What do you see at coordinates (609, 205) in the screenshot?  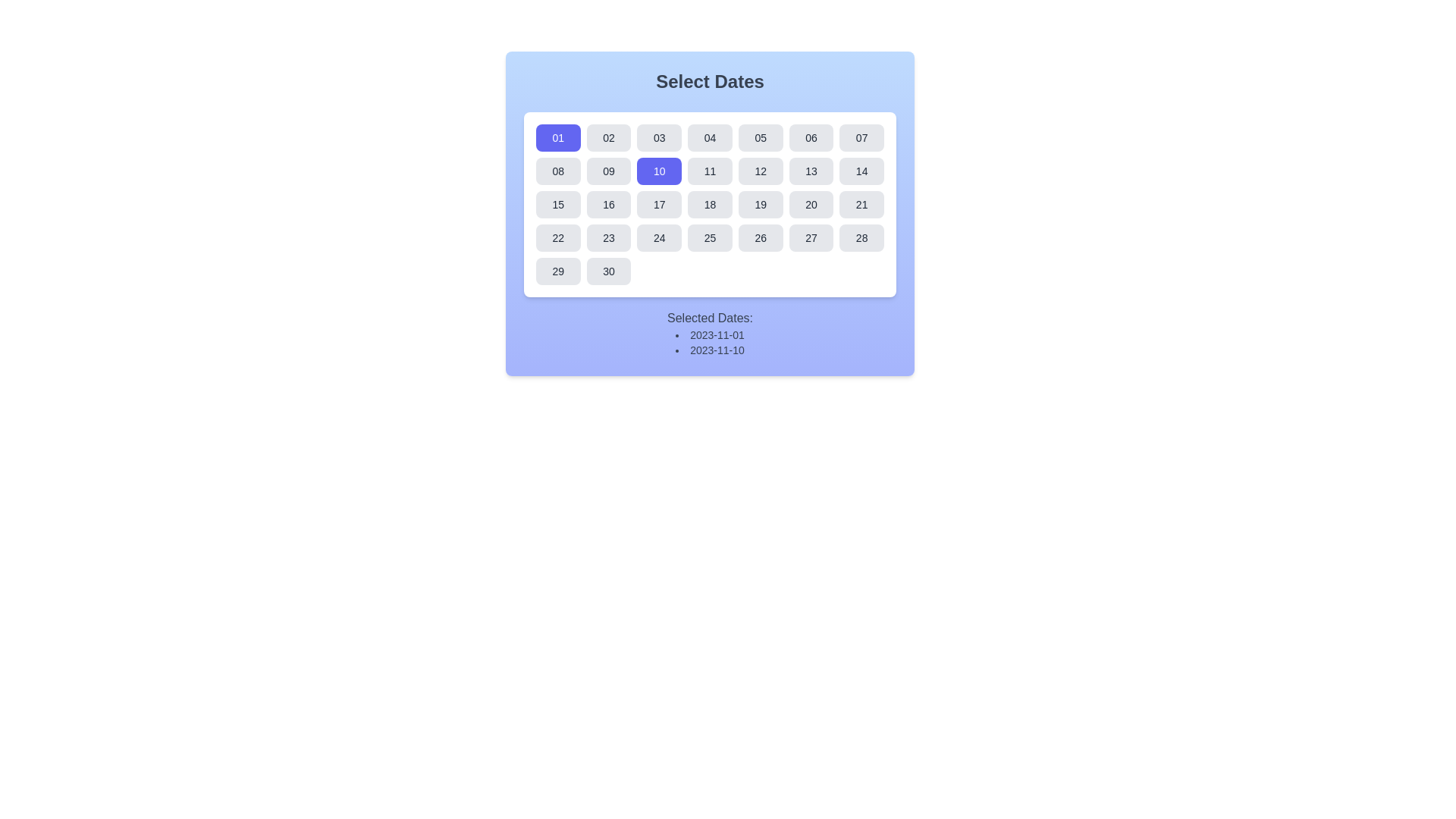 I see `the square button with rounded corners displaying the number '16'` at bounding box center [609, 205].